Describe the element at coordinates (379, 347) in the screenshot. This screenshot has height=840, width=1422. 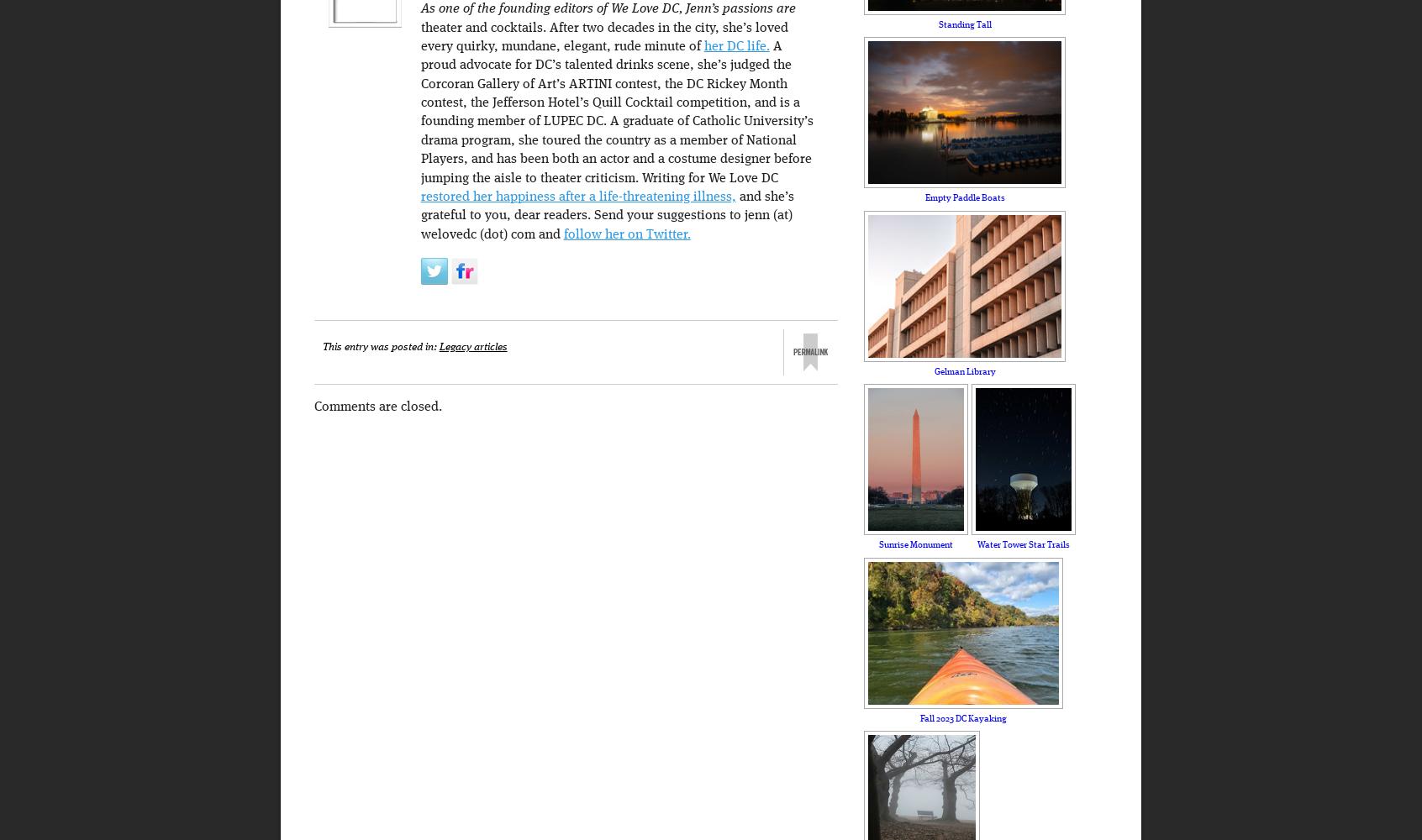
I see `'This entry was posted in:'` at that location.